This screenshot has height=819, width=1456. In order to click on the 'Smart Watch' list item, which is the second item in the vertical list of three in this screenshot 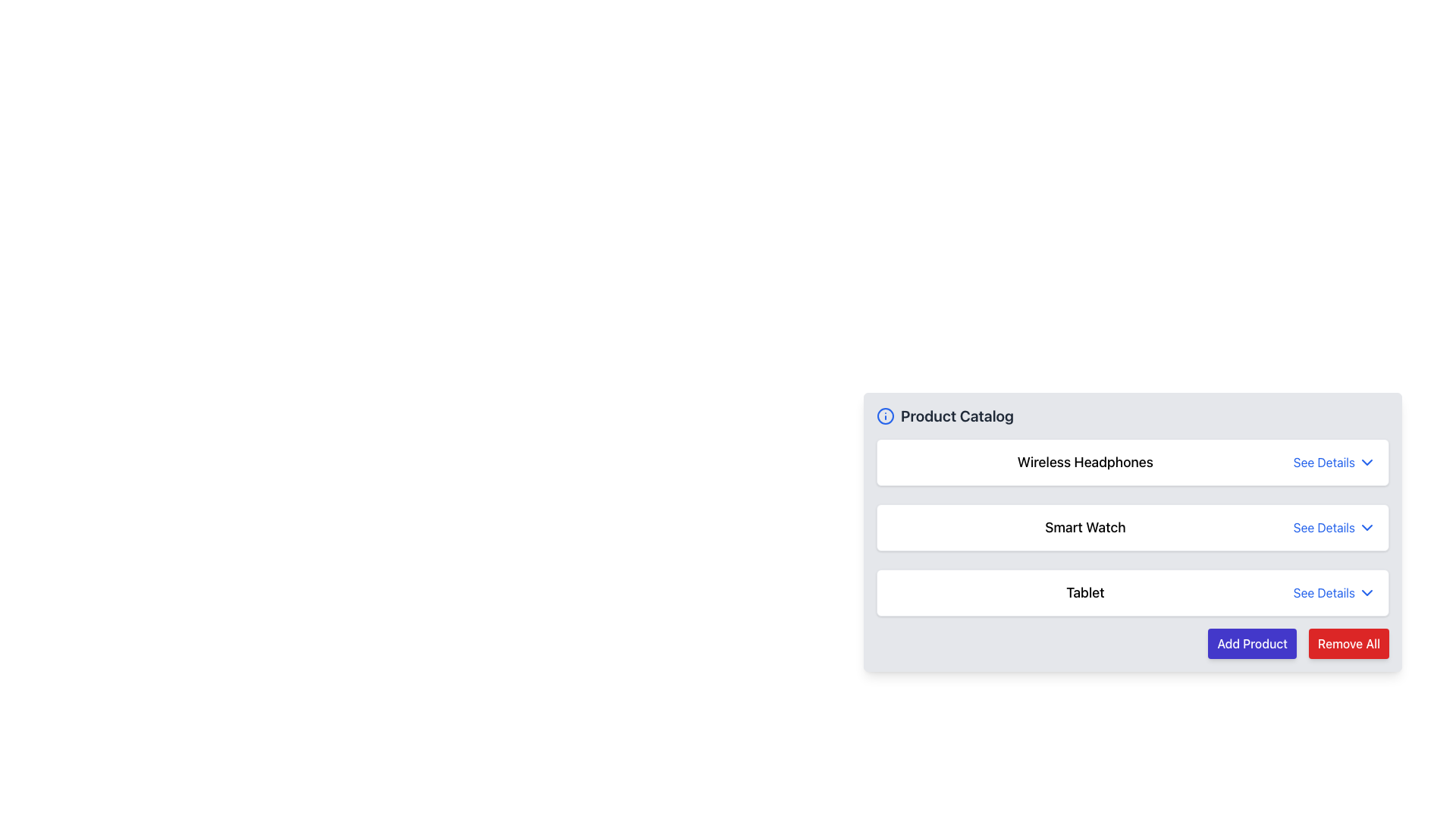, I will do `click(1132, 526)`.